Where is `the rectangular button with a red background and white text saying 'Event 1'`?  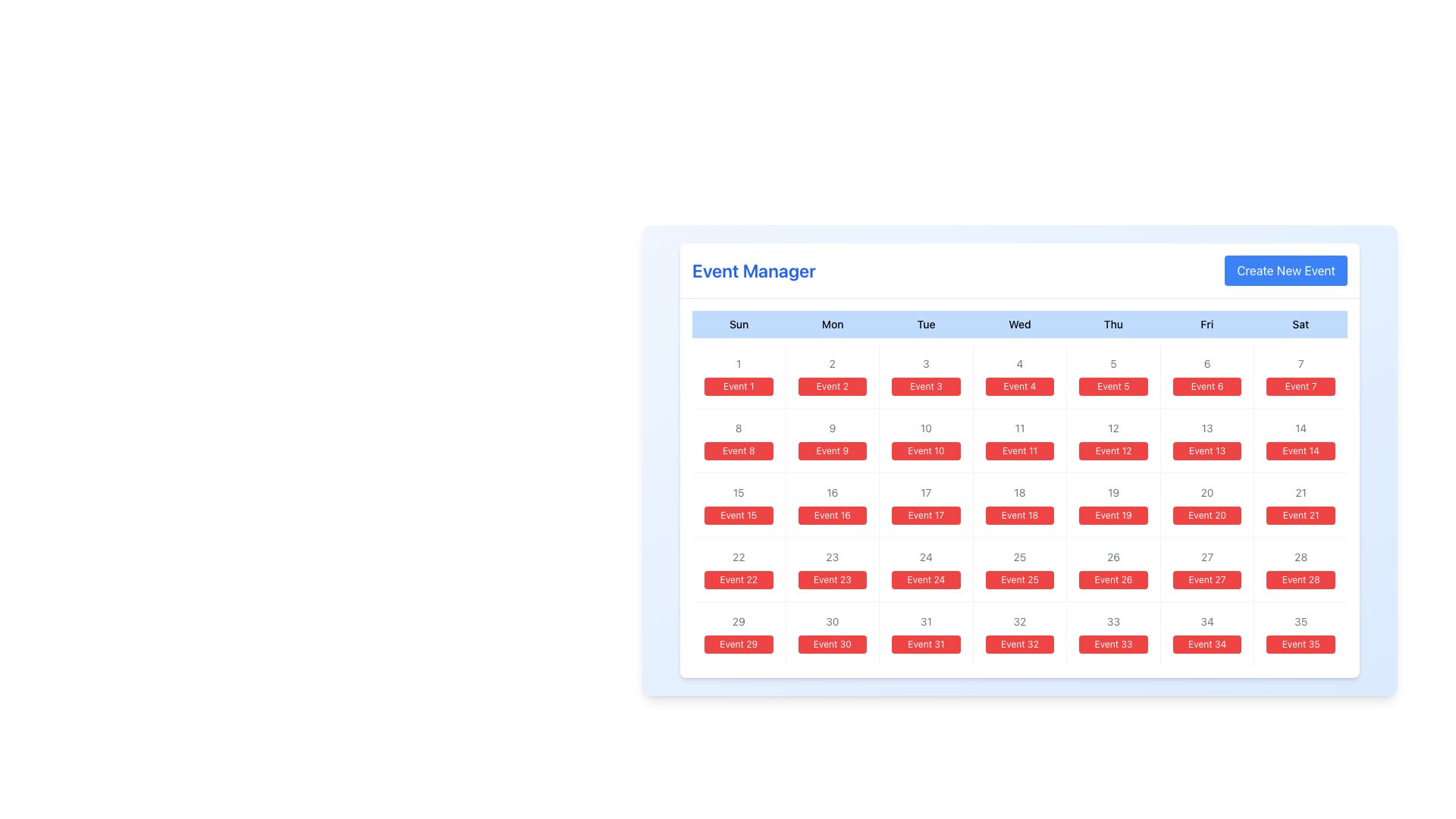
the rectangular button with a red background and white text saying 'Event 1' is located at coordinates (739, 375).